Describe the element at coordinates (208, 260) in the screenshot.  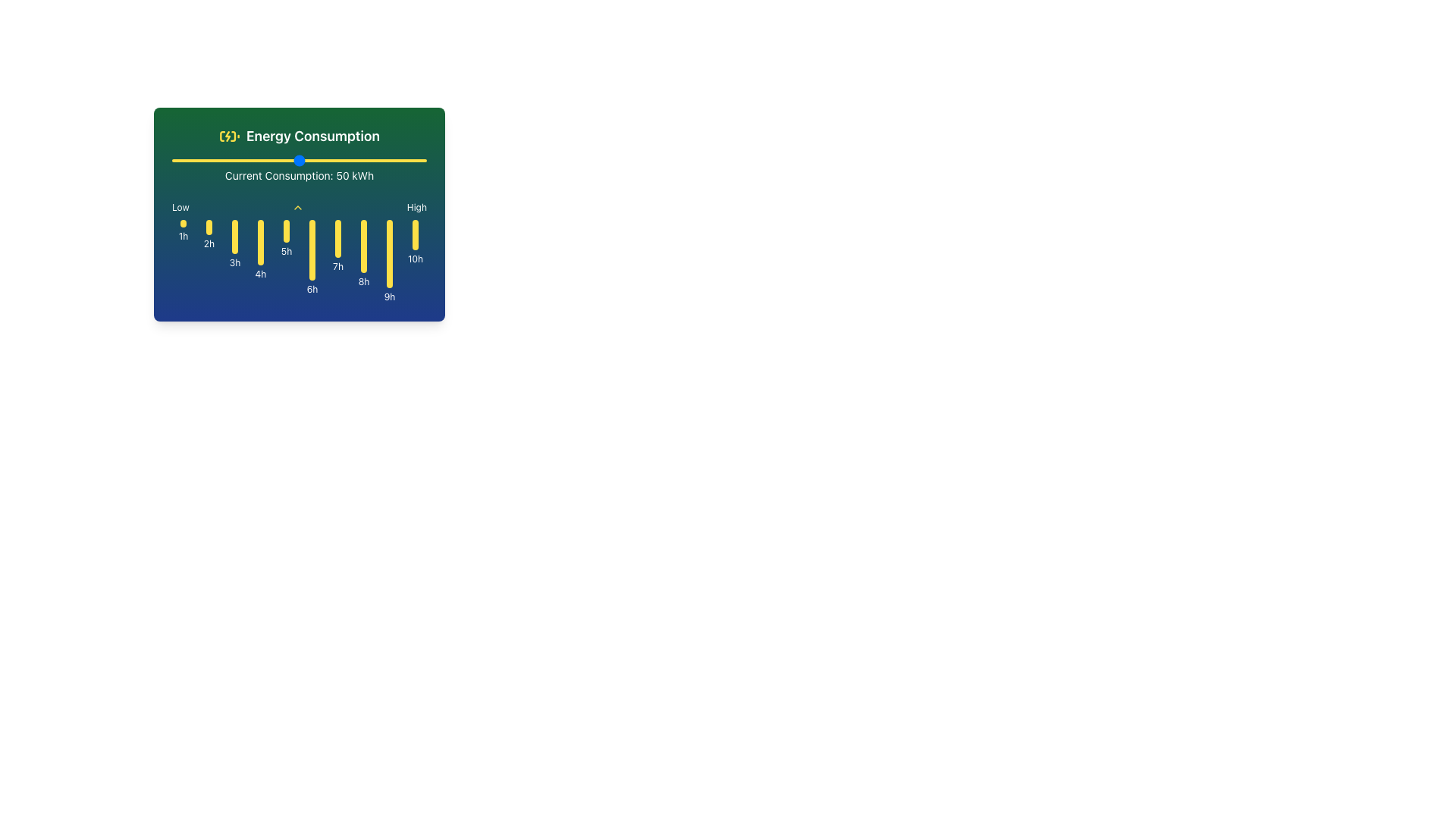
I see `the visual indicator (bar graph component) representing a 2-hour time interval on the energy consumption graph, located under the 'Energy Consumption' section and labeled '2h'` at that location.